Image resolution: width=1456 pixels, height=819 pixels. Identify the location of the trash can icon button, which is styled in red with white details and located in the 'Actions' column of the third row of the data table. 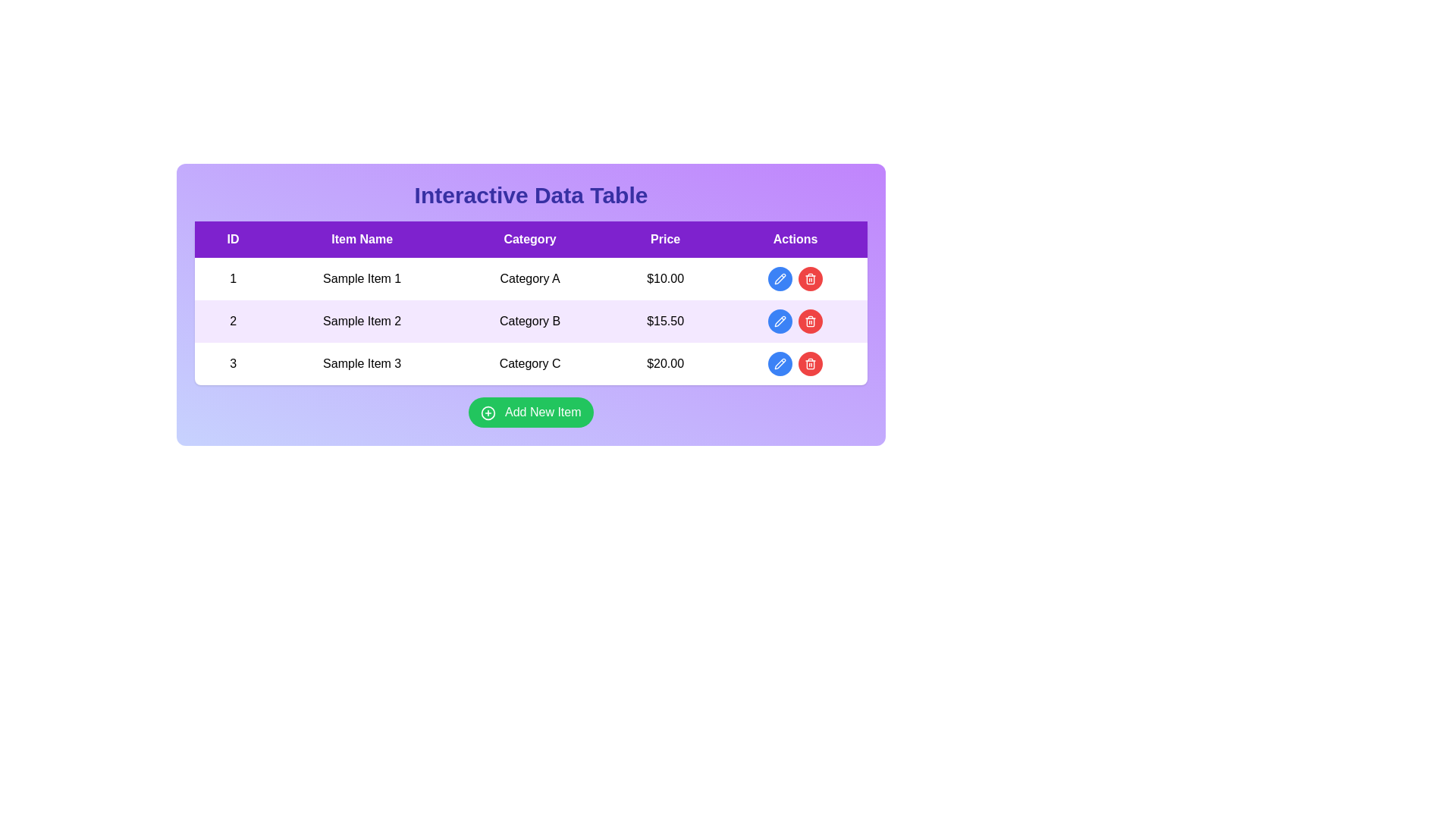
(810, 278).